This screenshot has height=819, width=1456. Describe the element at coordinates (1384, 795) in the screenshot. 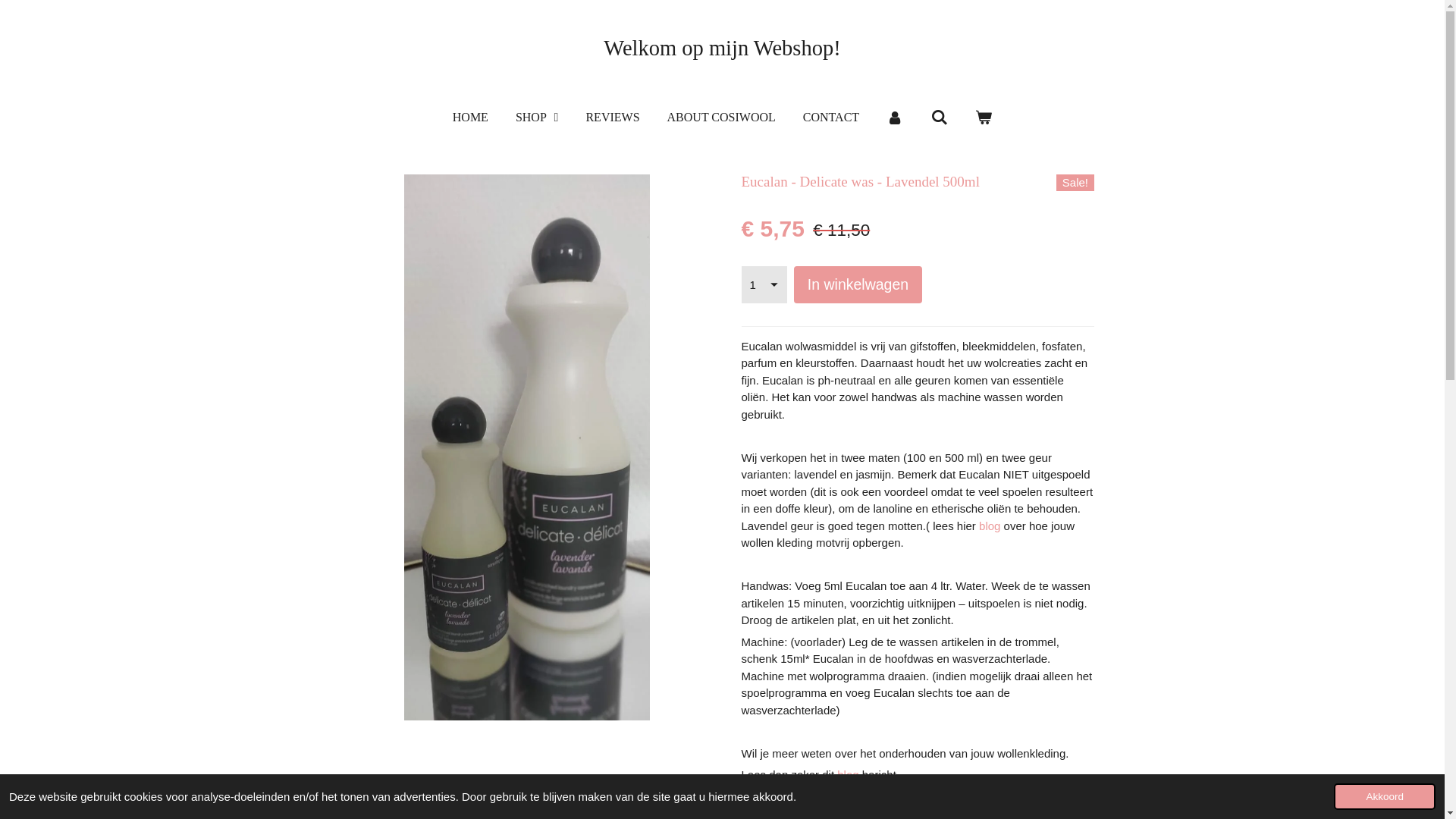

I see `'Akkoord'` at that location.